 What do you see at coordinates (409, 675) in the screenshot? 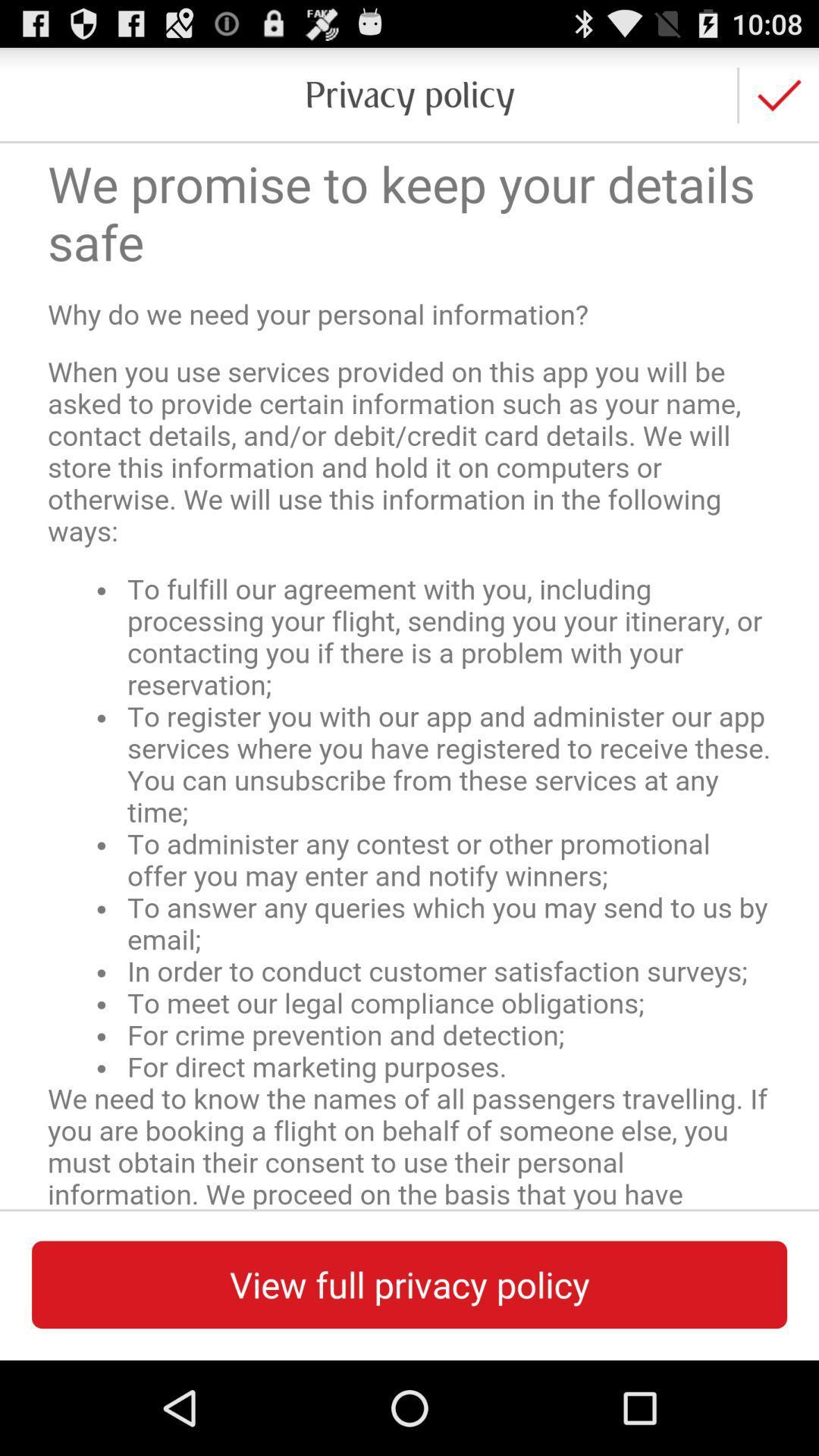
I see `privacy policy page` at bounding box center [409, 675].